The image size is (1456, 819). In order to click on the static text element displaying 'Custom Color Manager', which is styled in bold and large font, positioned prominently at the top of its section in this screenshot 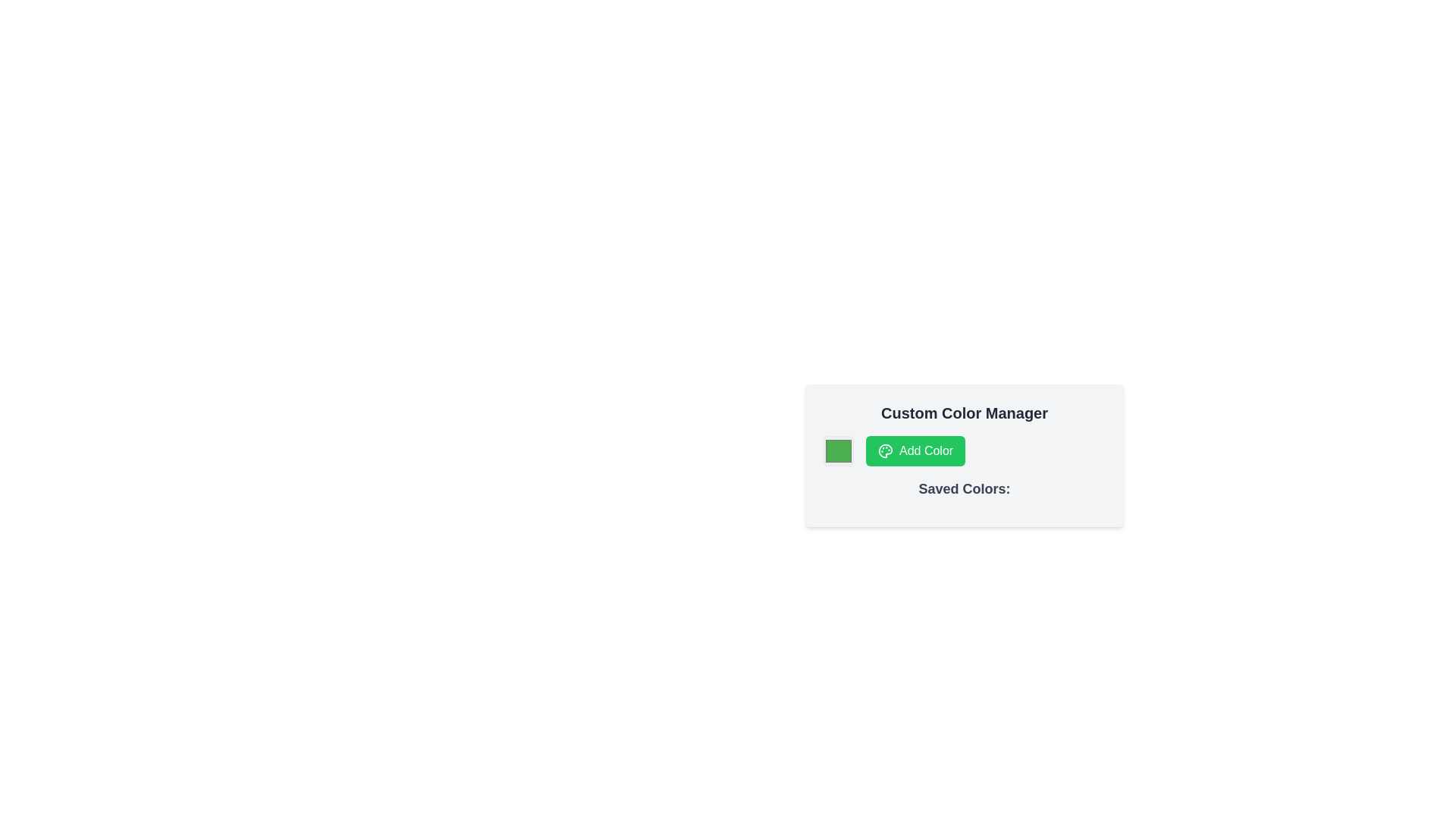, I will do `click(964, 413)`.